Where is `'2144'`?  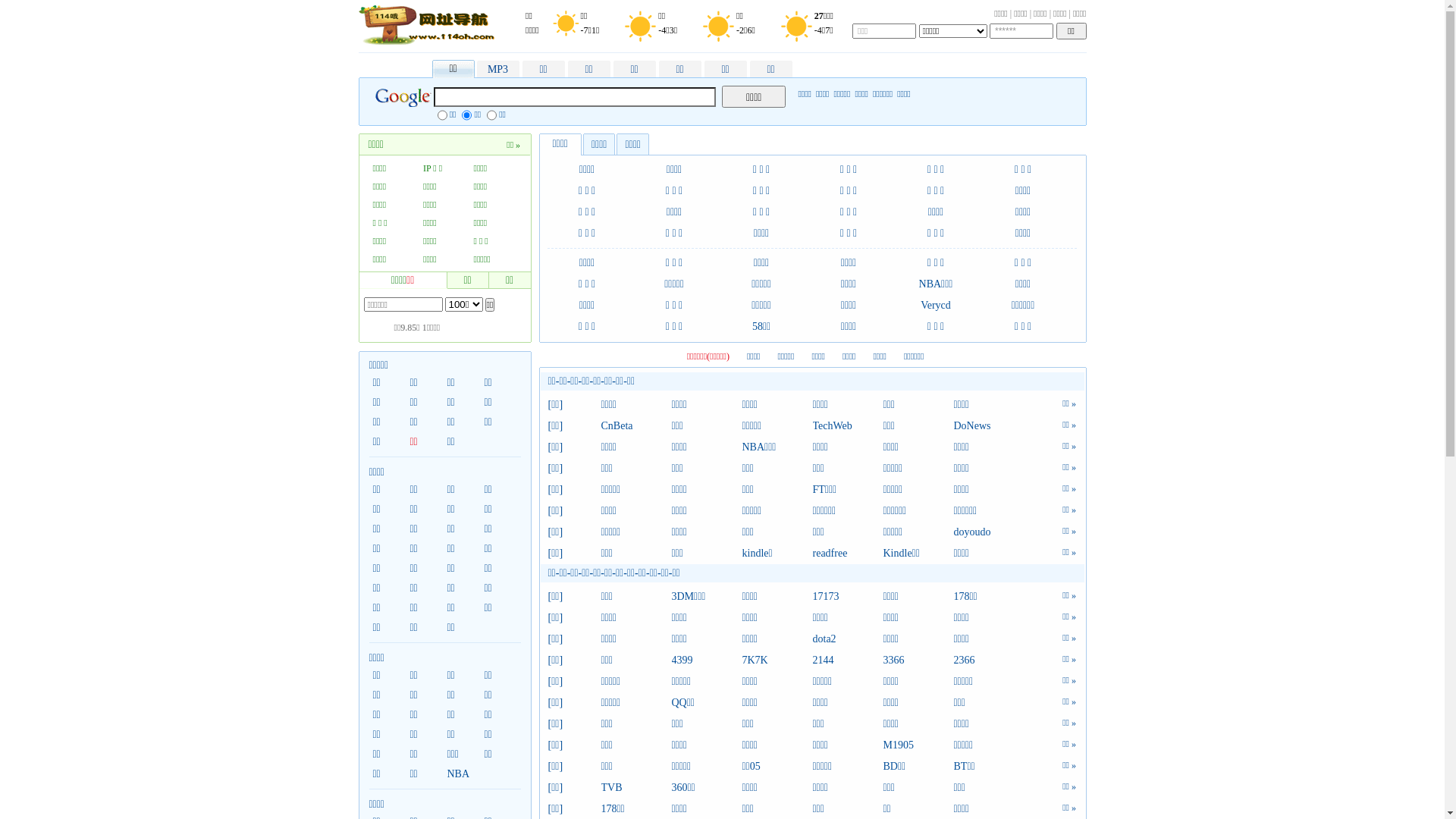
'2144' is located at coordinates (847, 660).